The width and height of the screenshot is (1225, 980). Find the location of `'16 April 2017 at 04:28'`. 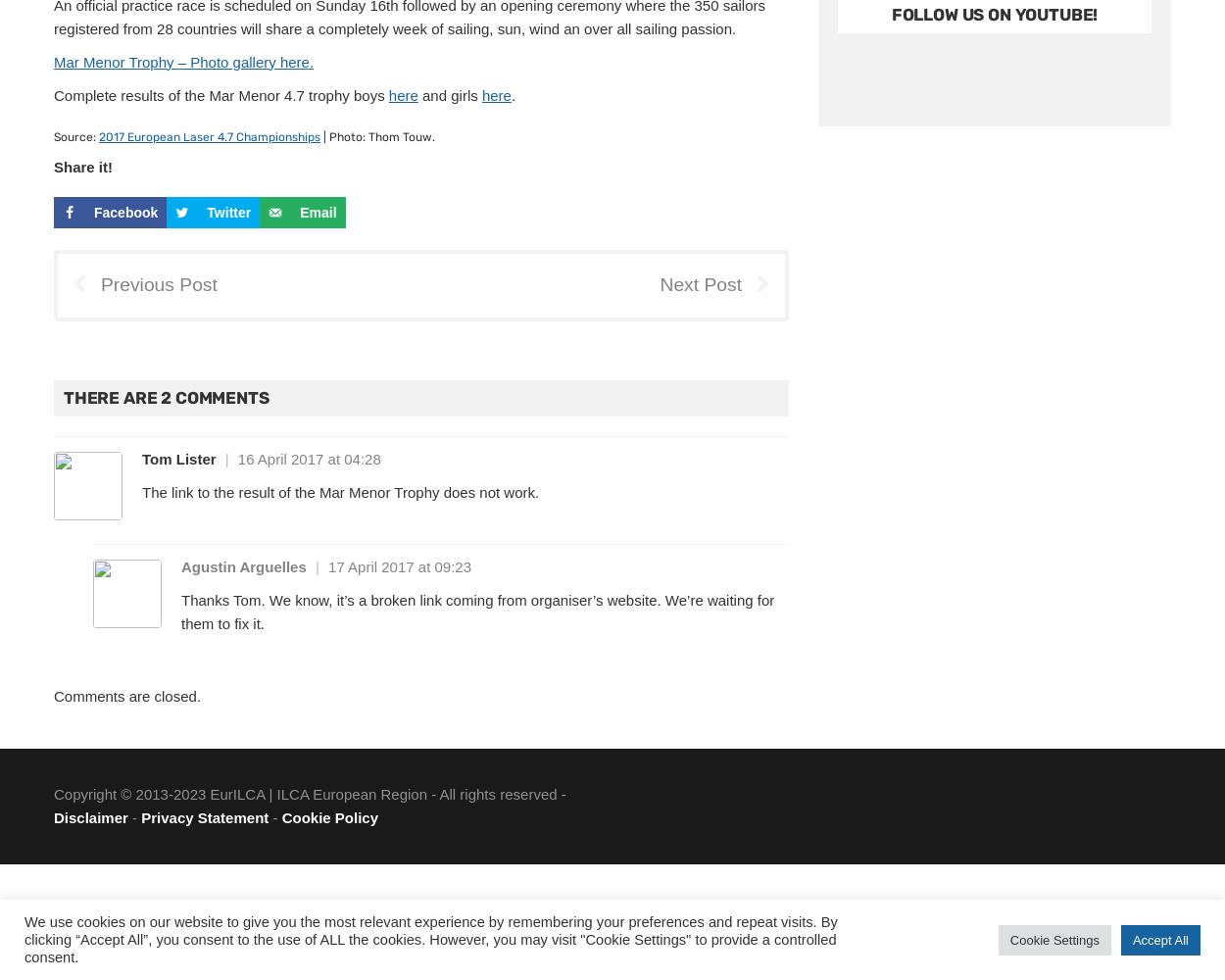

'16 April 2017 at 04:28' is located at coordinates (308, 458).